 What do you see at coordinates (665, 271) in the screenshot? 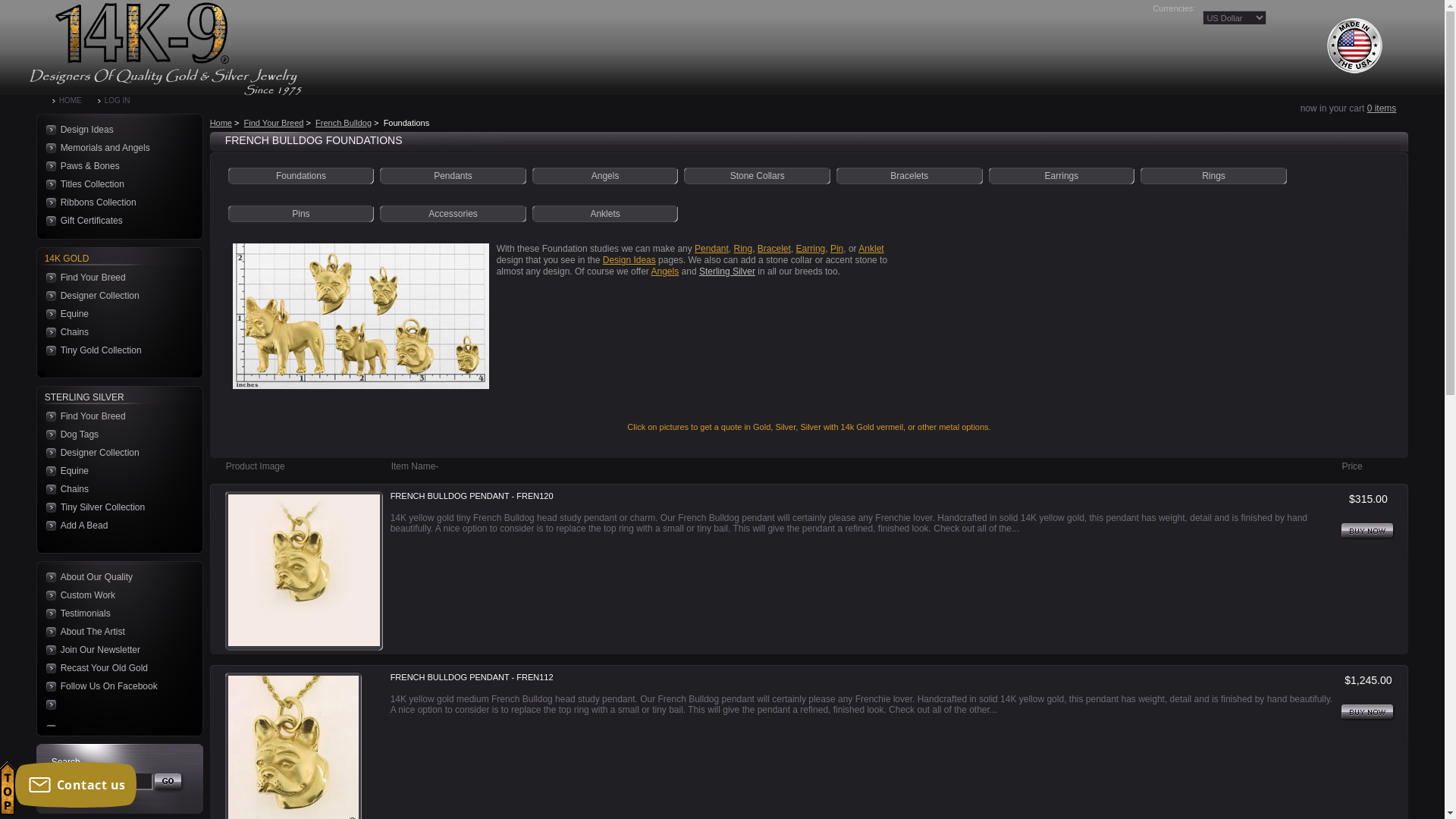
I see `'Angels'` at bounding box center [665, 271].